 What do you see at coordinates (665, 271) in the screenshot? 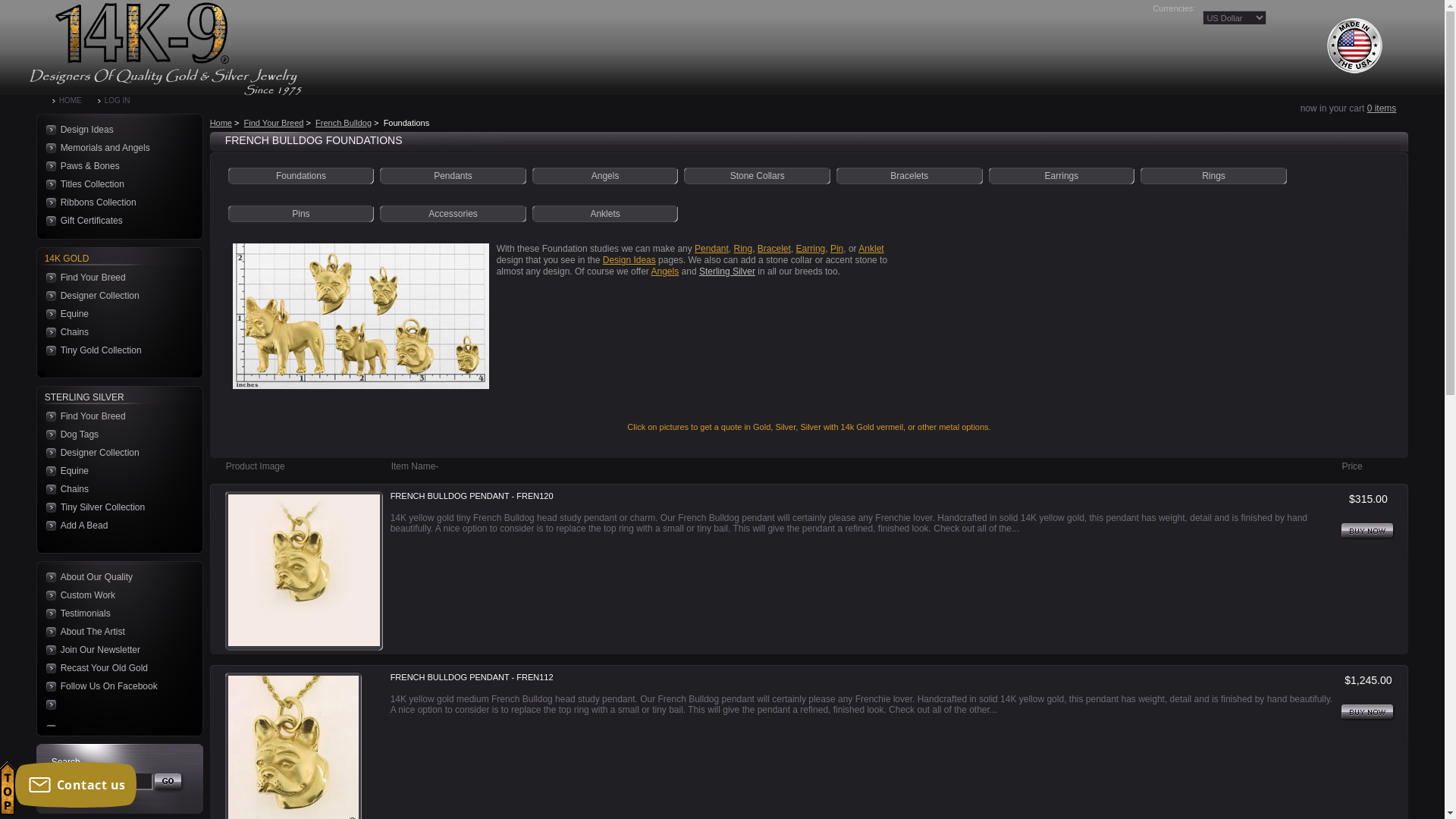
I see `'Angels'` at bounding box center [665, 271].